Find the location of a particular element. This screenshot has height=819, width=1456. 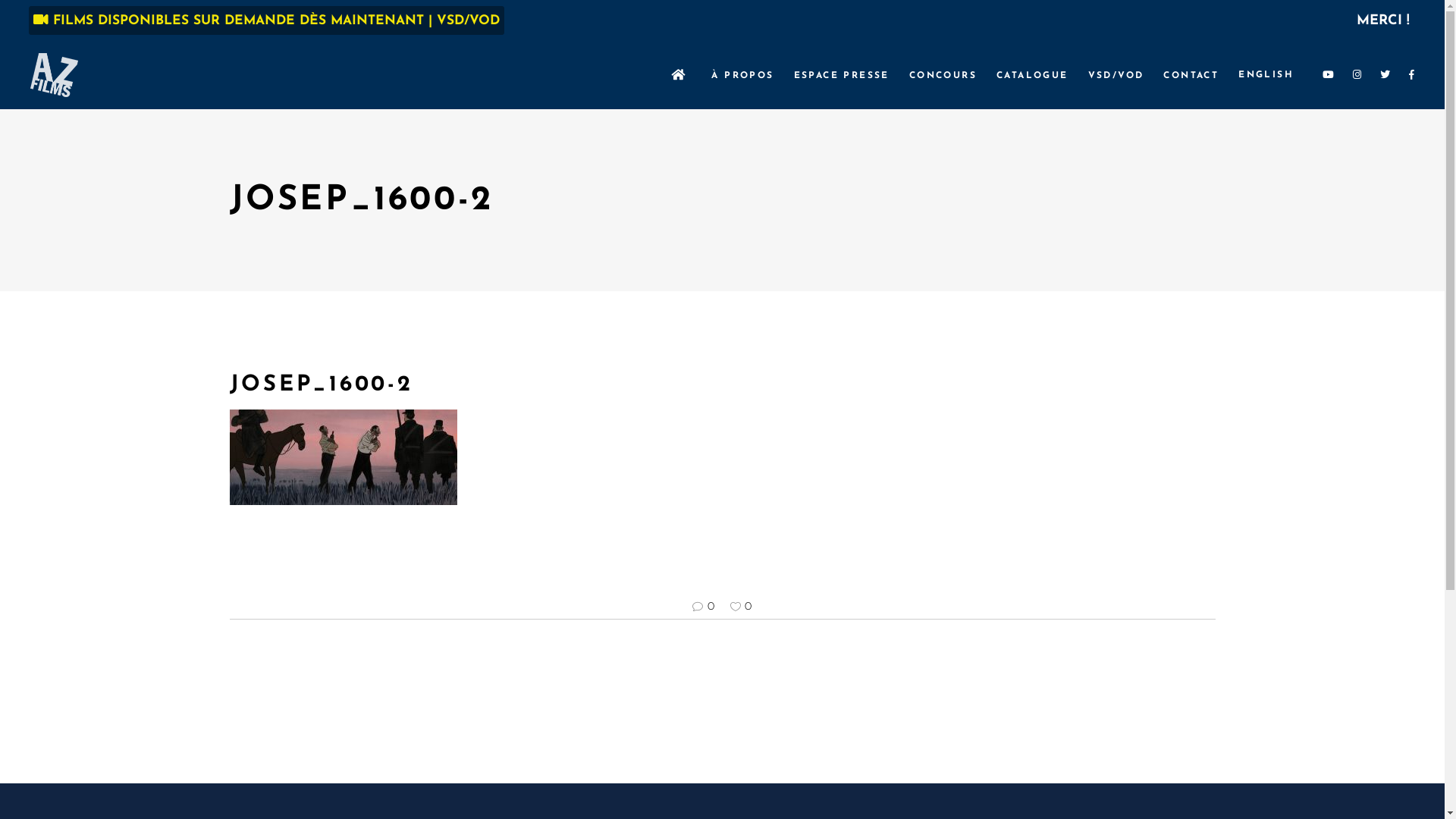

'0' is located at coordinates (702, 606).